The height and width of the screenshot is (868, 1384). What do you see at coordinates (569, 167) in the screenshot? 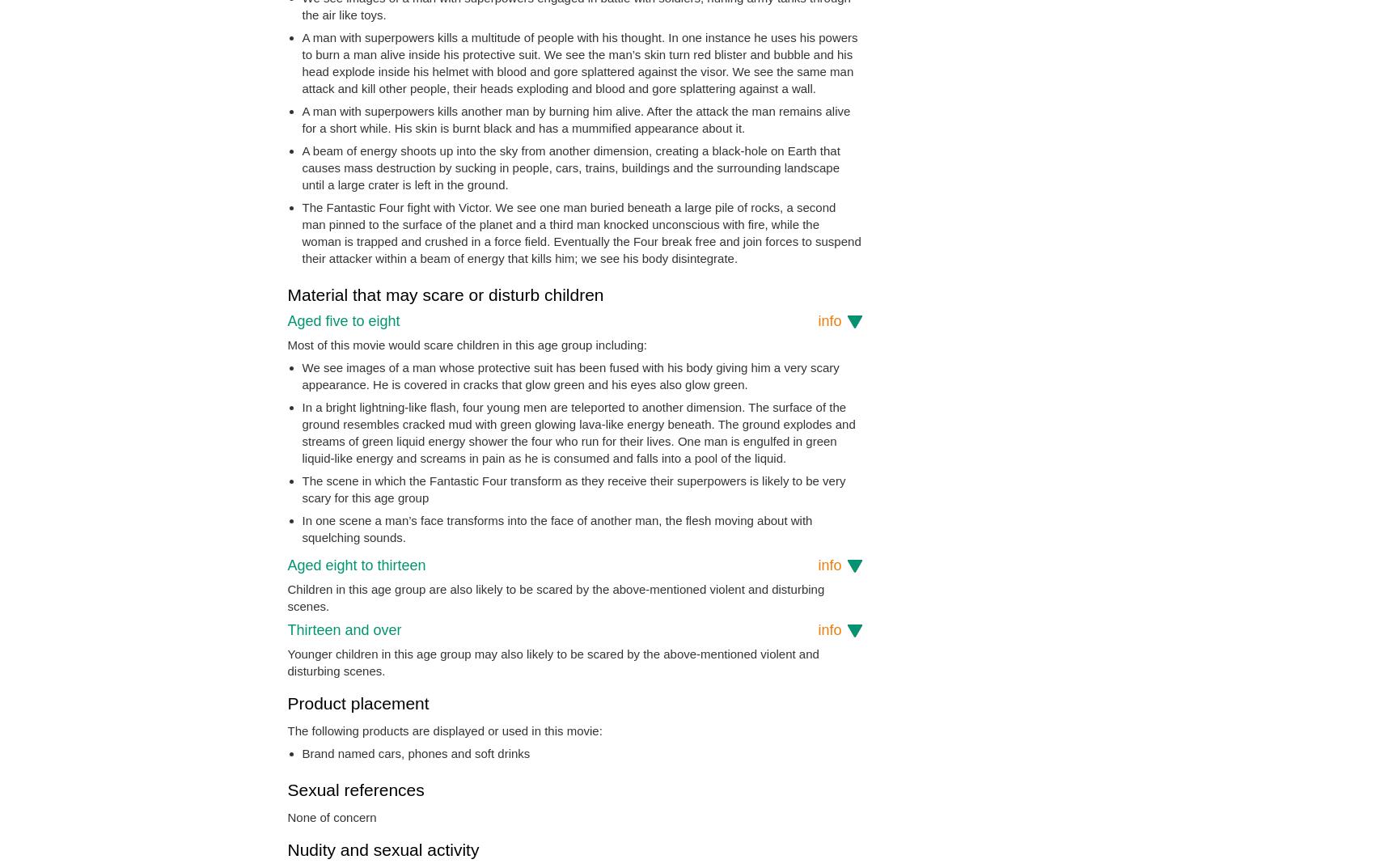
I see `'A beam of energy shoots up into the sky from another dimension, creating a black-hole on Earth that causes mass destruction by sucking in people, cars, trains, buildings and the surrounding landscape until a large crater is left in the ground.'` at bounding box center [569, 167].